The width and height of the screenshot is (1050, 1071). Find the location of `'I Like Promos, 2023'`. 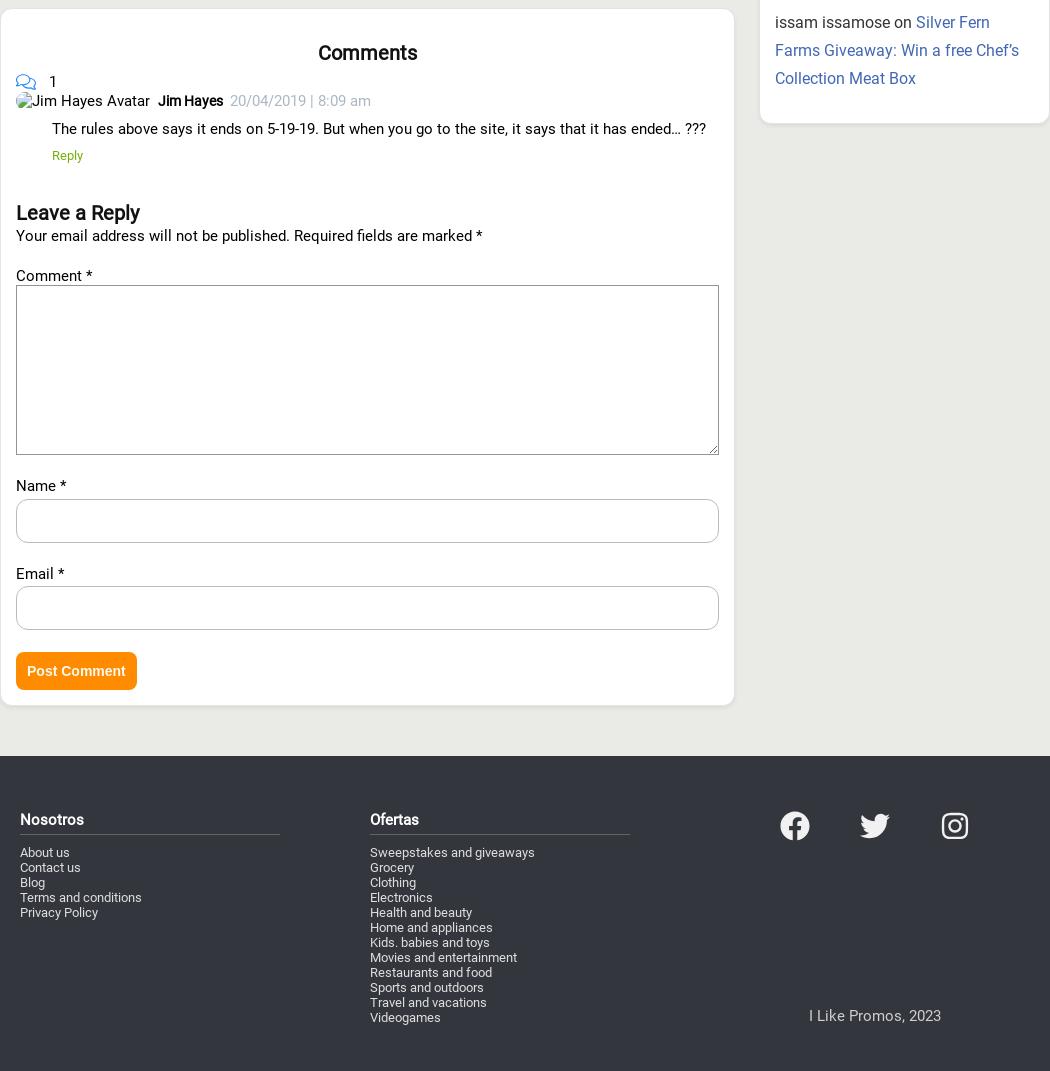

'I Like Promos, 2023' is located at coordinates (873, 907).